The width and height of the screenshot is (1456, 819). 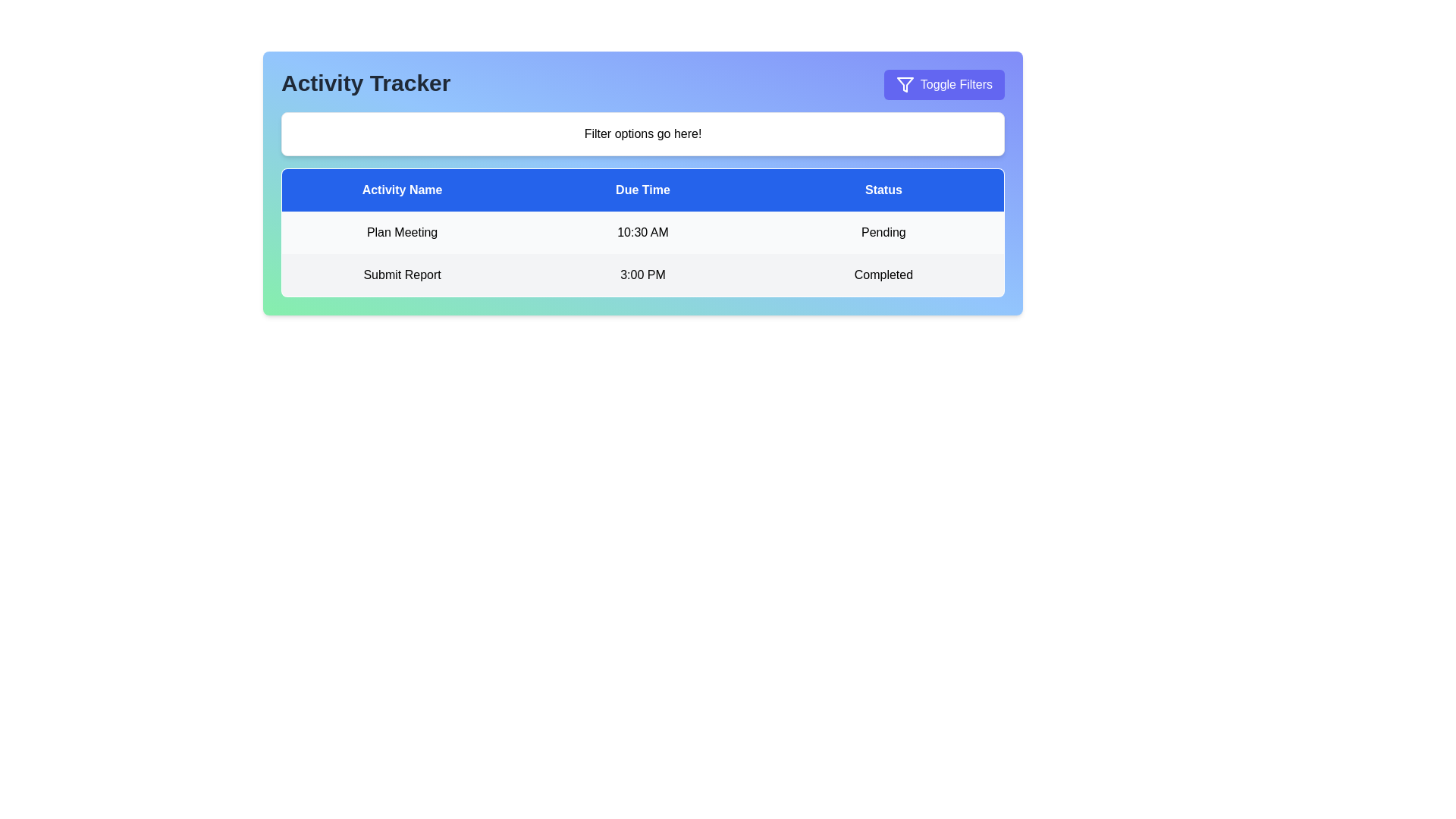 I want to click on the 'Toggle Filters' button that contains the decorative filter SVG icon located at the top-right corner of the interface, so click(x=905, y=84).